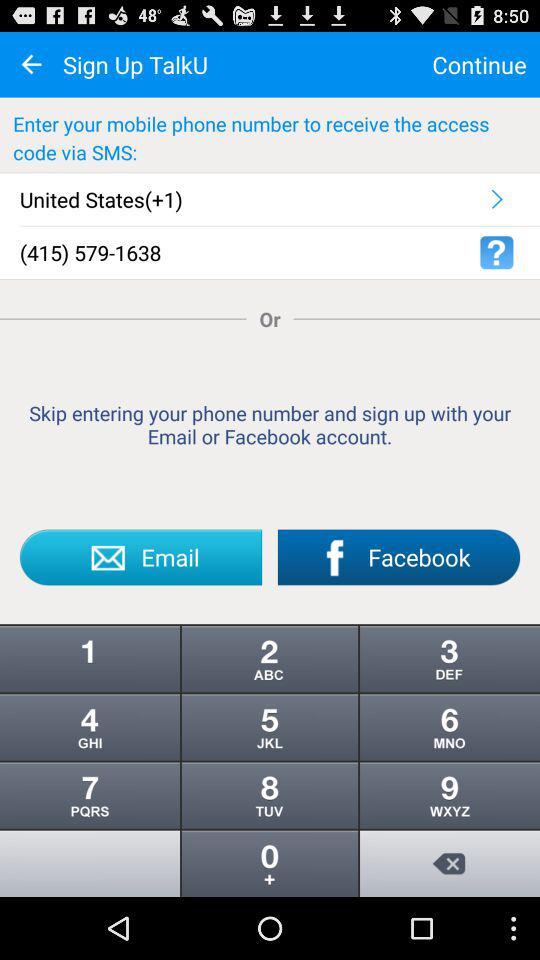 This screenshot has height=960, width=540. Describe the element at coordinates (270, 850) in the screenshot. I see `the more icon` at that location.